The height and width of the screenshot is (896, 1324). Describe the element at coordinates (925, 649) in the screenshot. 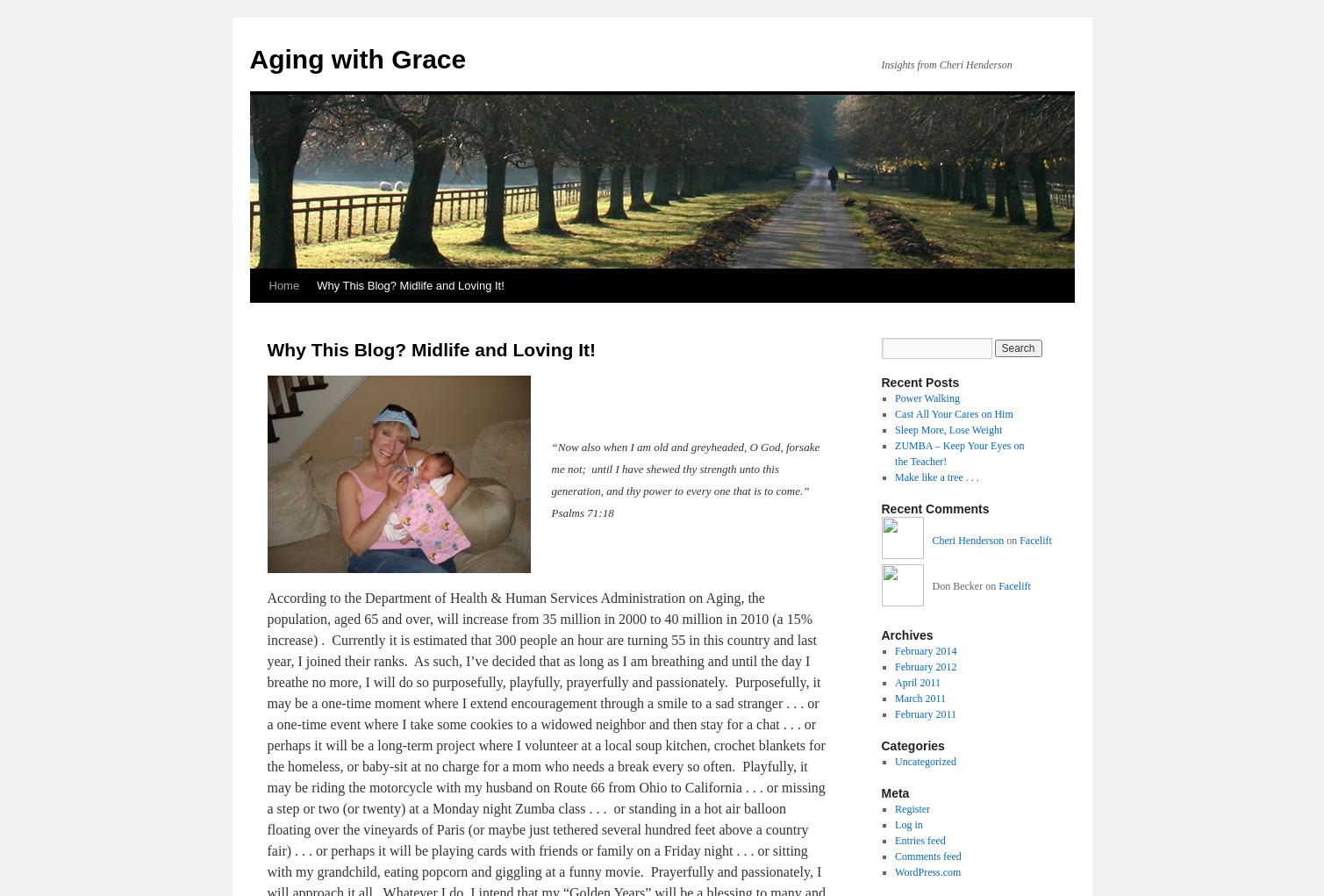

I see `'February 2014'` at that location.